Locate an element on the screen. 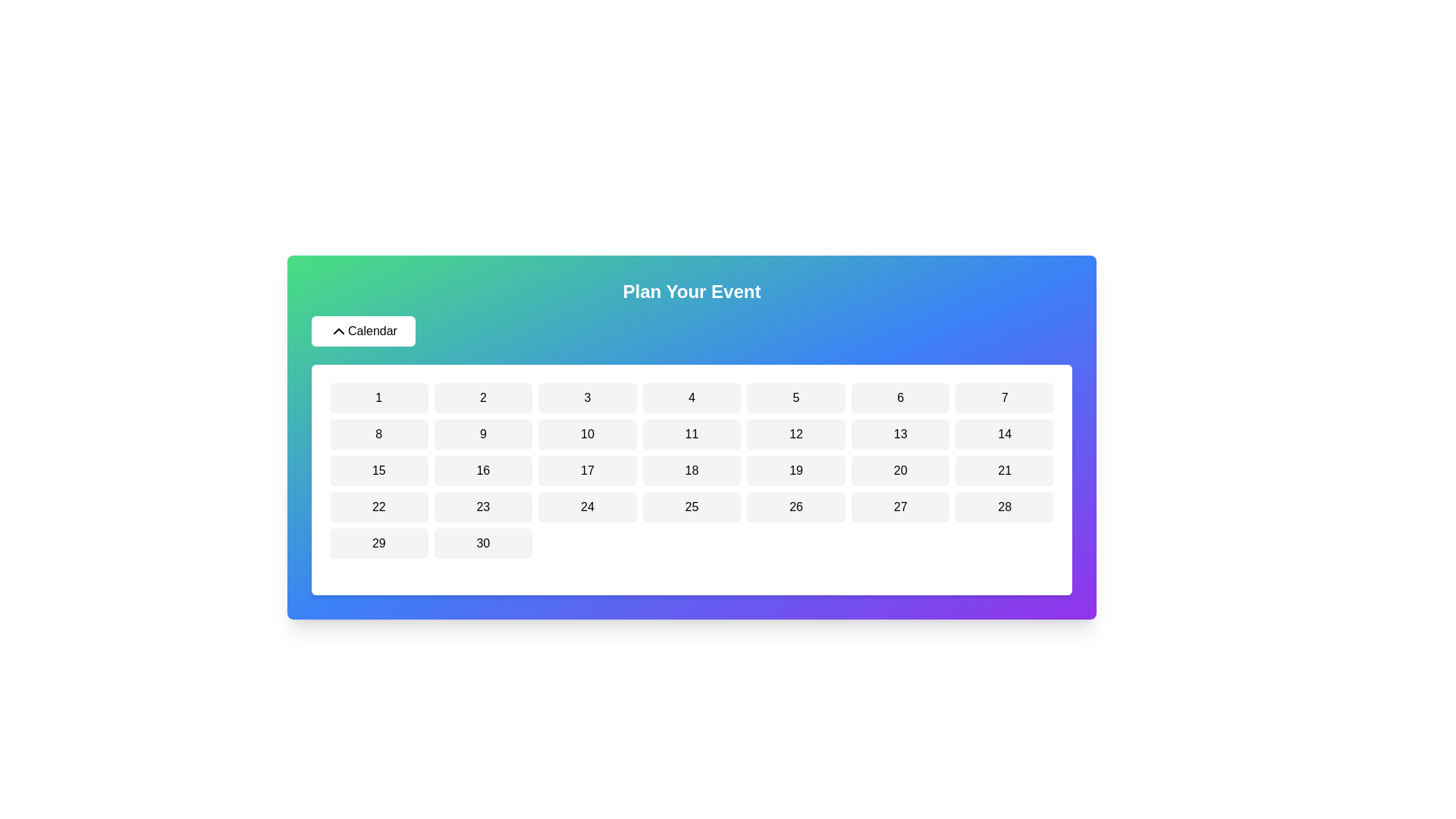  the button labeled '3' is located at coordinates (586, 397).